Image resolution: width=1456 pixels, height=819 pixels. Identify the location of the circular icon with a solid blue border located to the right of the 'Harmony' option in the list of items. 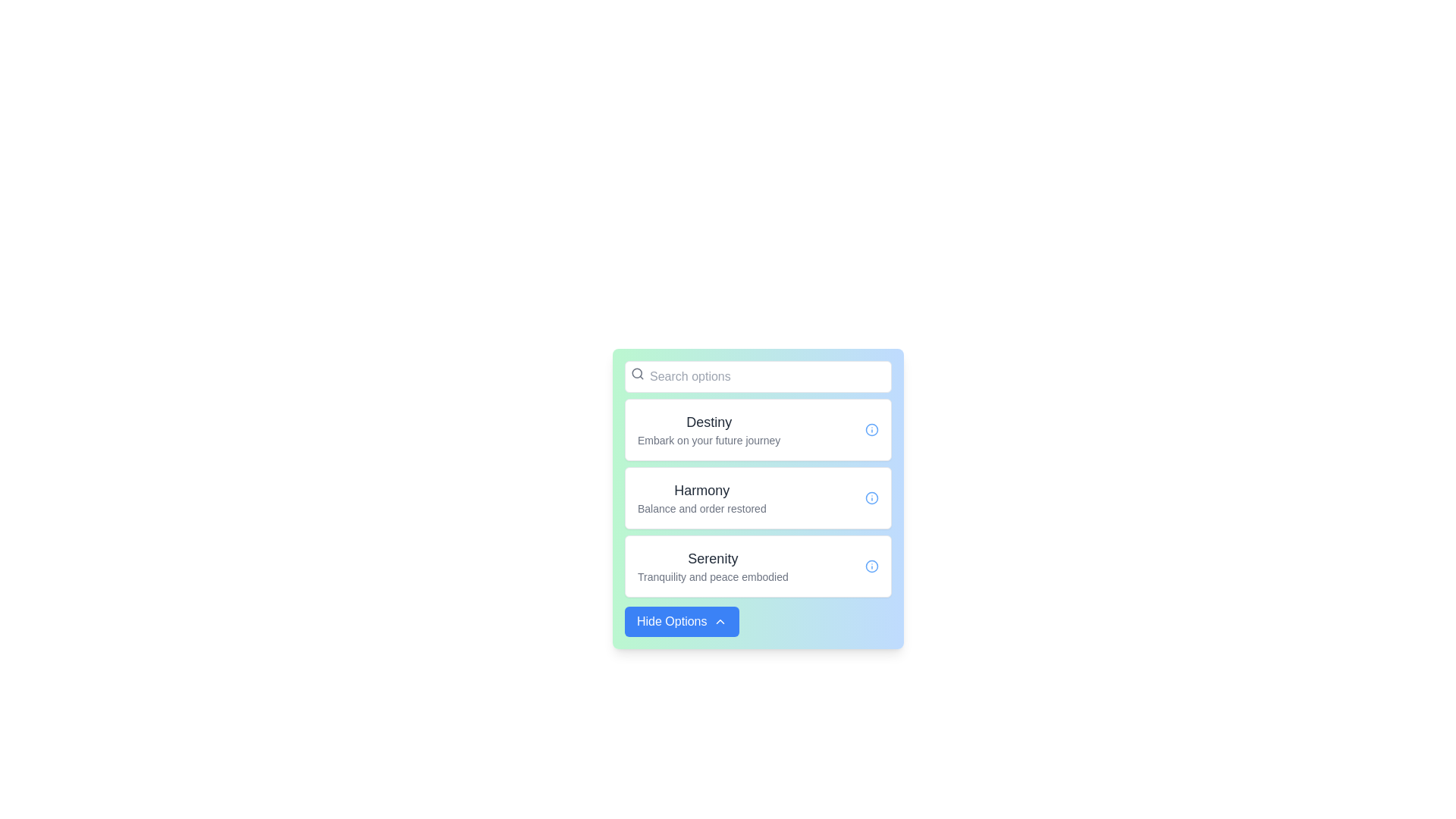
(872, 497).